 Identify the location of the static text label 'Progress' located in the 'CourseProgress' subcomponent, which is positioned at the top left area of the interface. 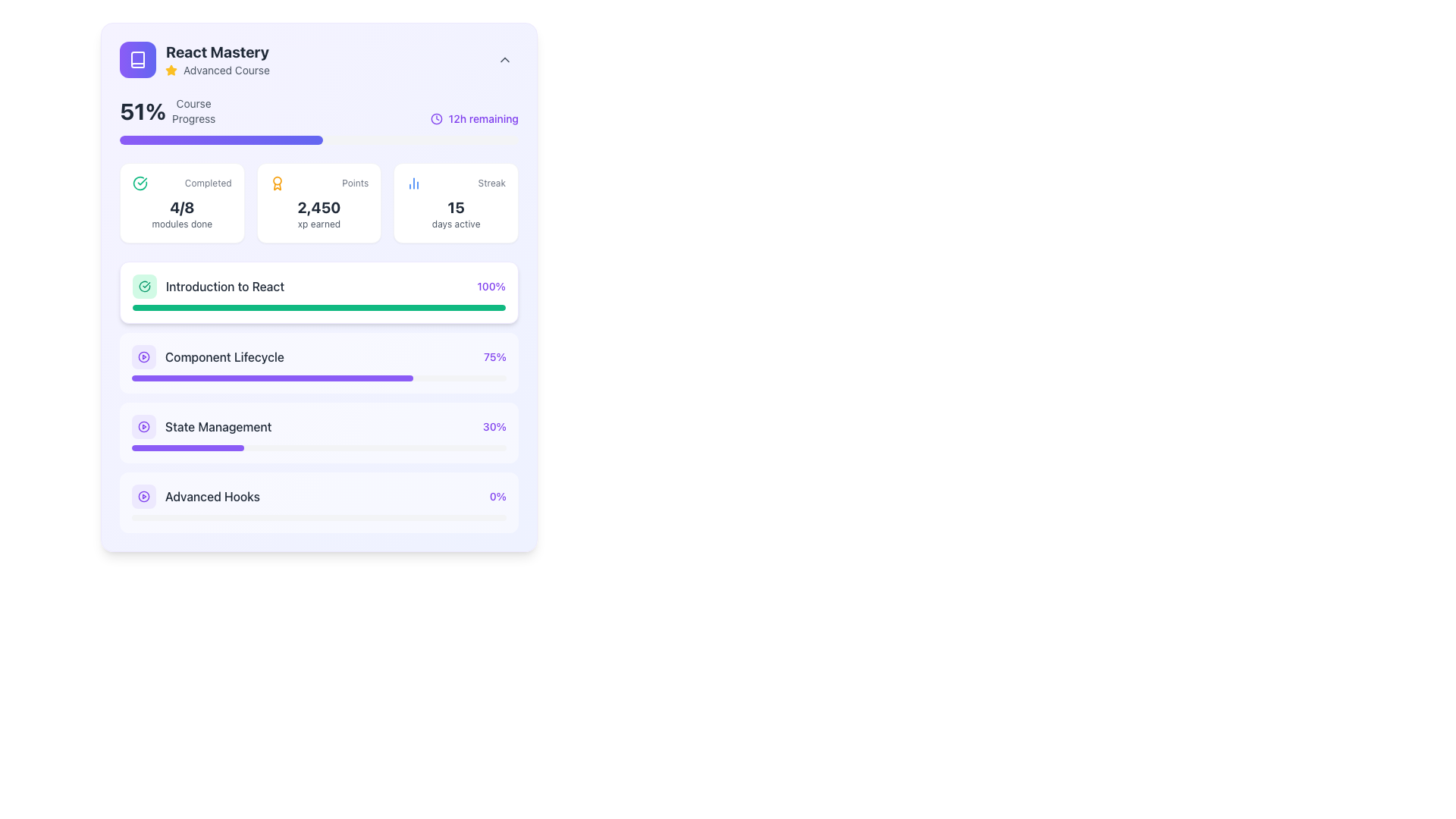
(193, 118).